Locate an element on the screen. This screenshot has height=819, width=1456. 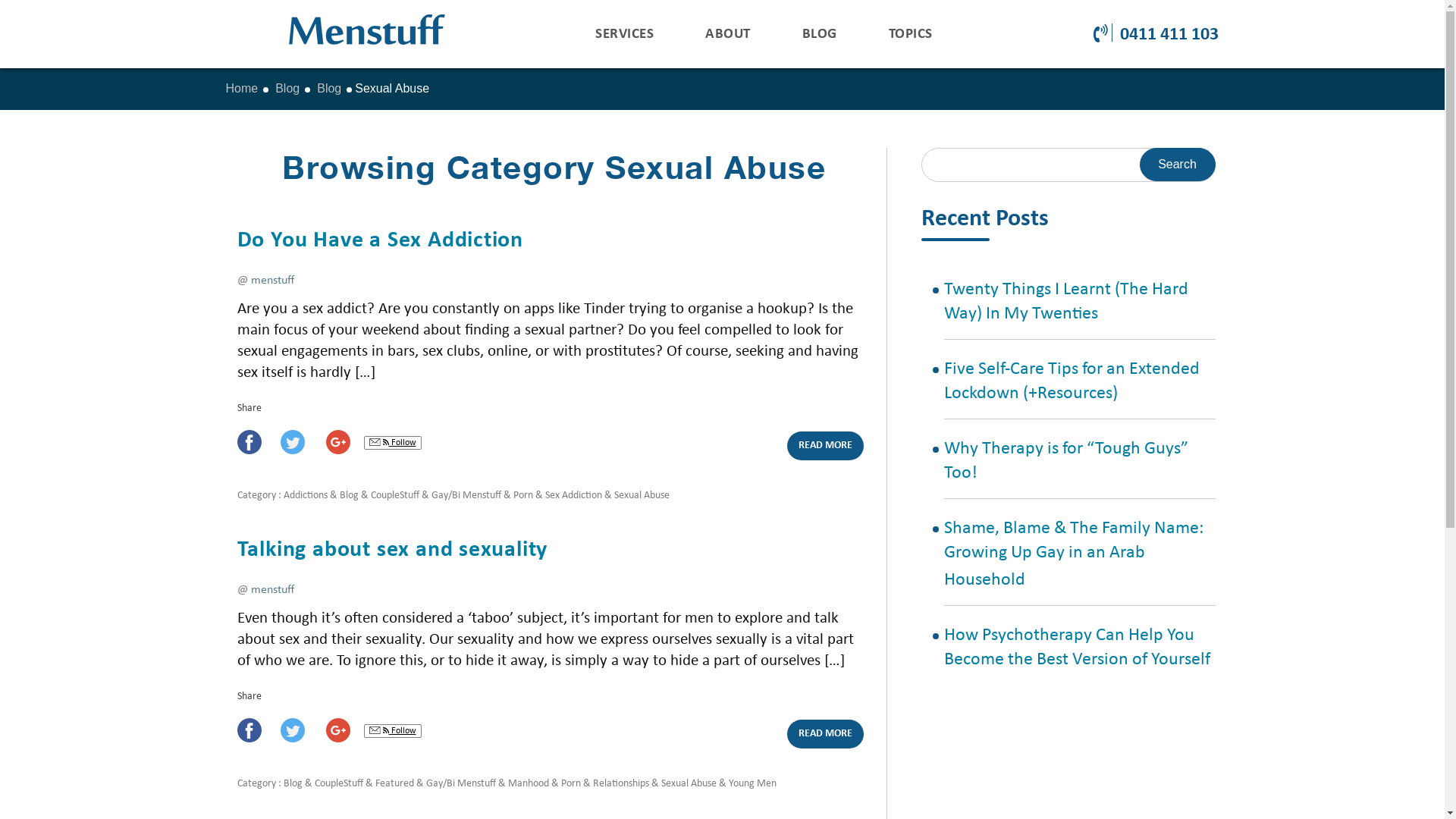
'Email, RSS' is located at coordinates (368, 443).